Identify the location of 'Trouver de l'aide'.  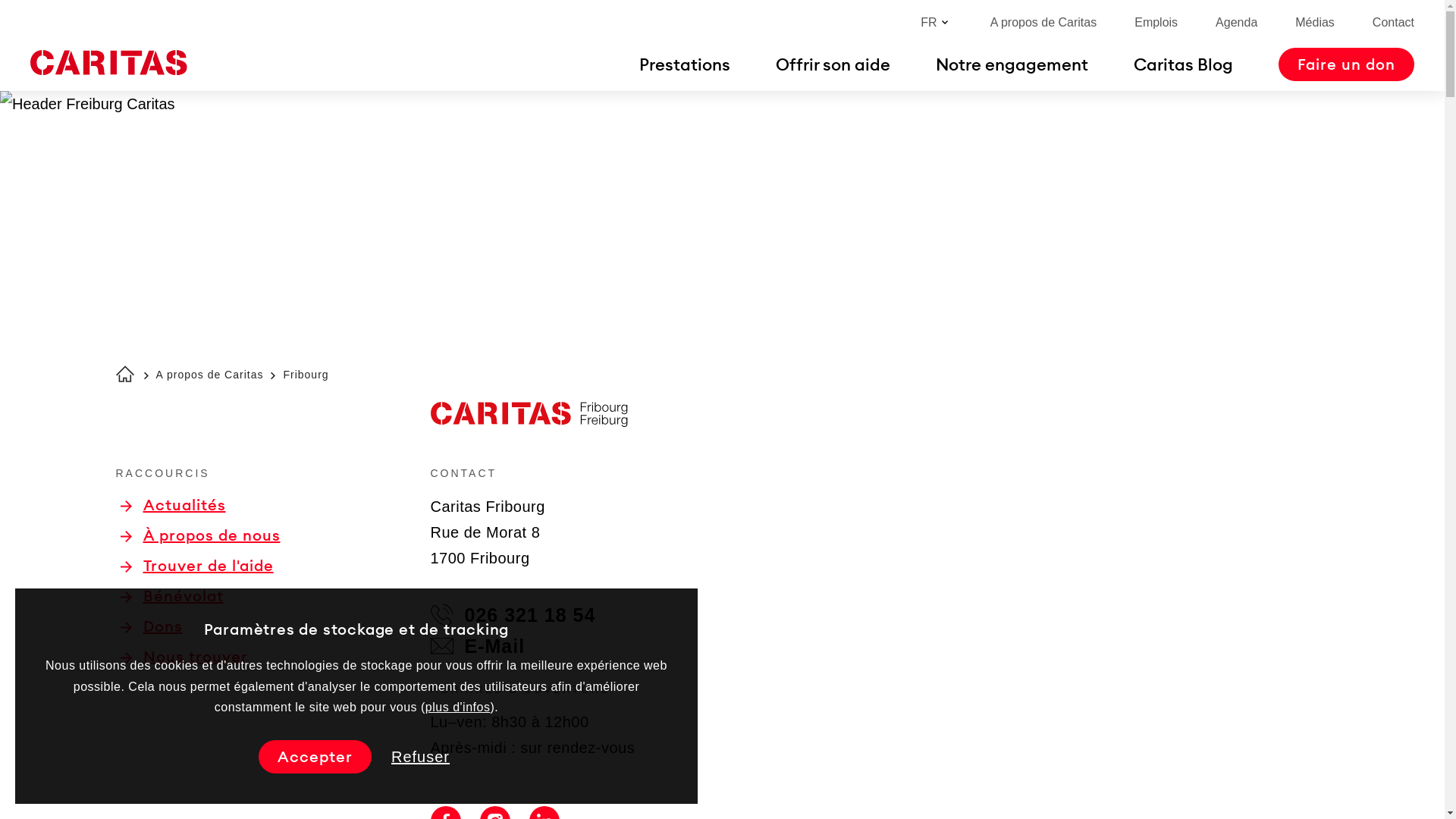
(196, 565).